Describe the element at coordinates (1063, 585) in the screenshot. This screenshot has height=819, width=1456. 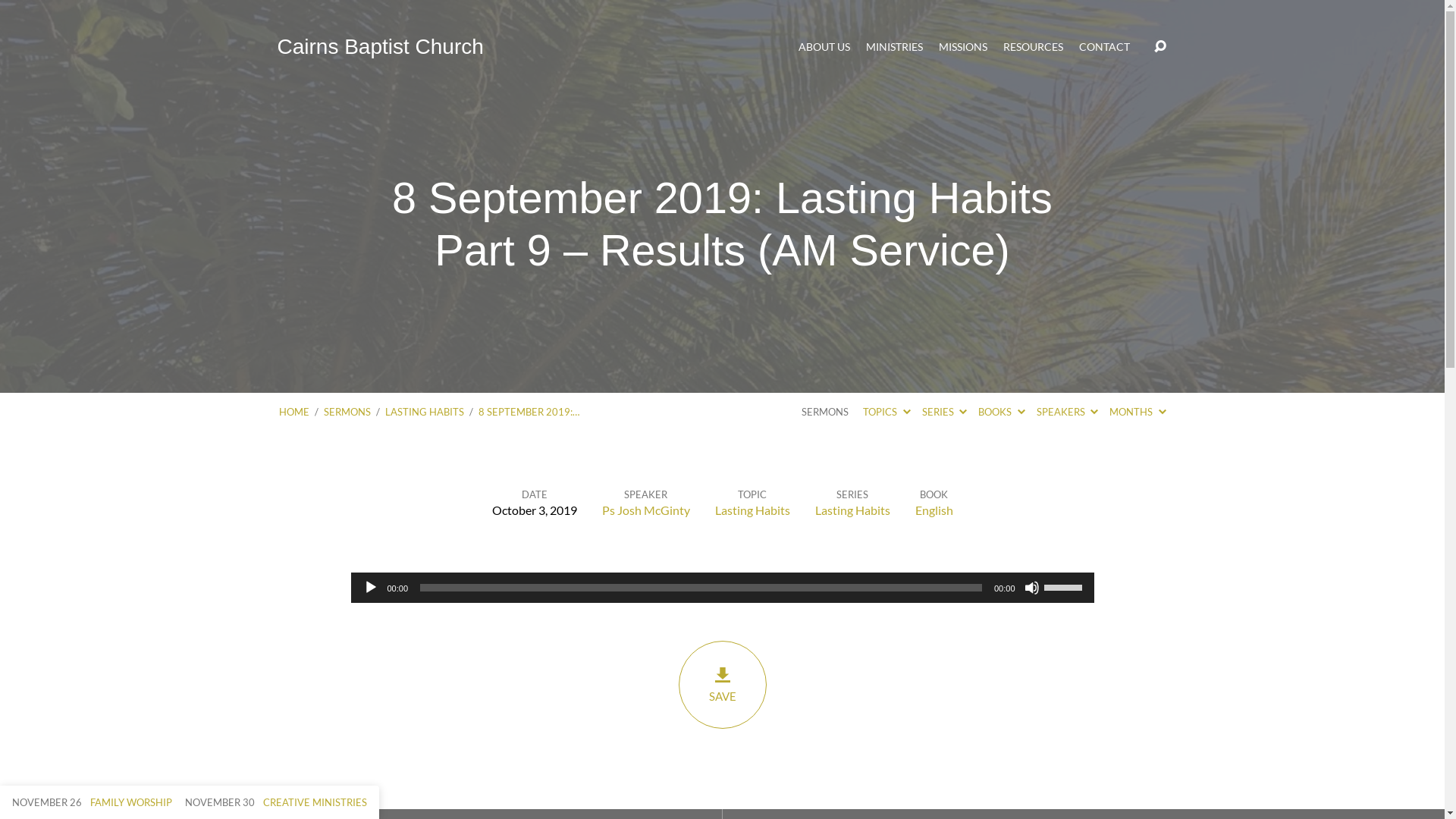
I see `'Use Up/Down Arrow keys to increase or decrease volume.'` at that location.